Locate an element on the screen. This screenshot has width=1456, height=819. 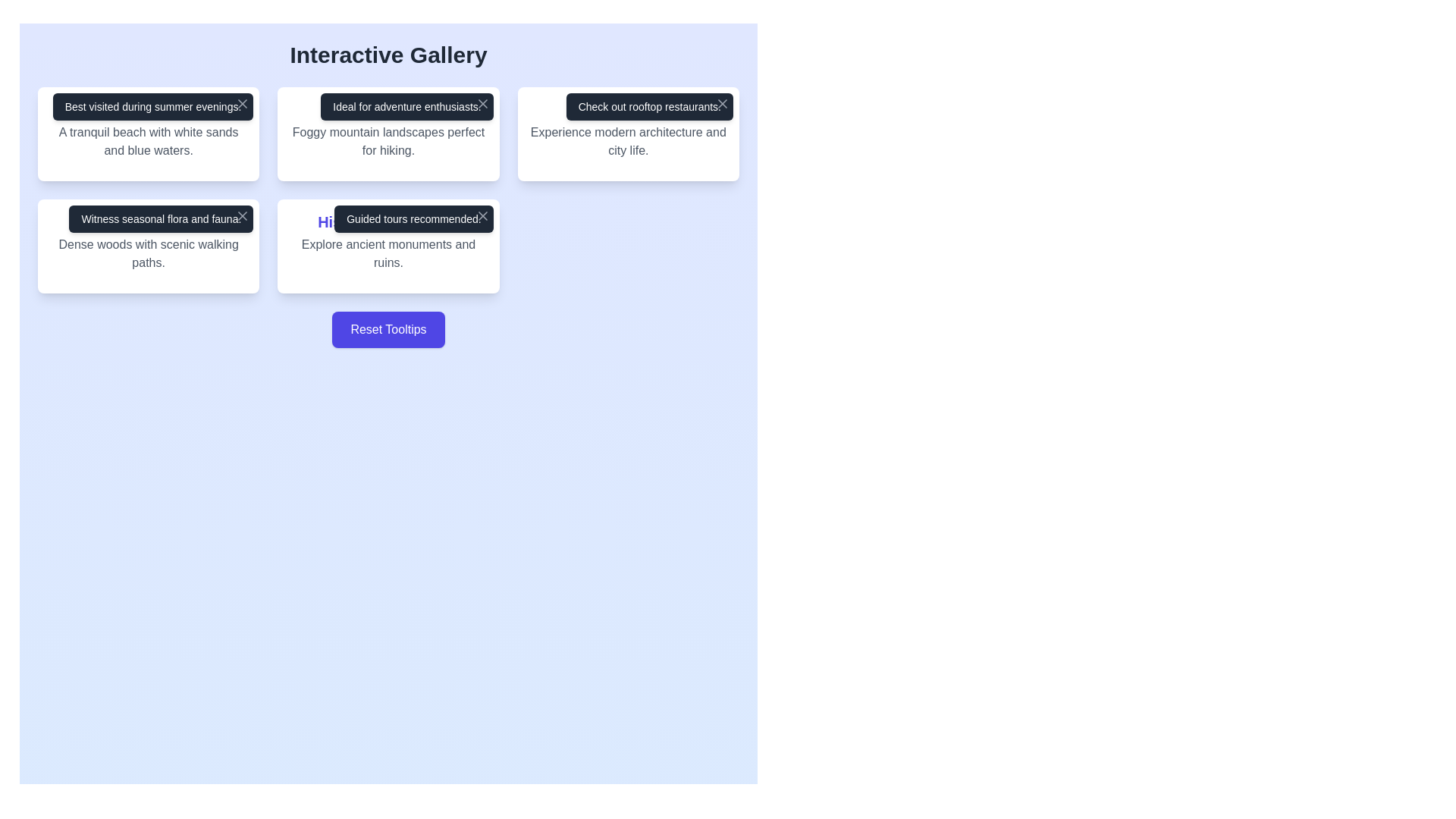
text content of the badge with a dark gray background and white text stating 'Ideal for adventure enthusiasts', located in the second card of the top row is located at coordinates (407, 106).